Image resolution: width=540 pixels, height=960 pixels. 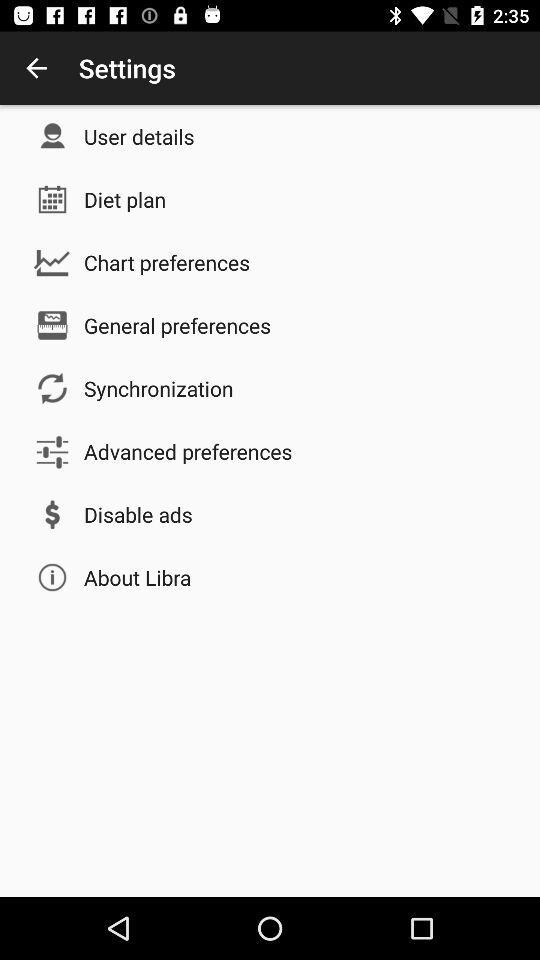 I want to click on item below disable ads item, so click(x=136, y=577).